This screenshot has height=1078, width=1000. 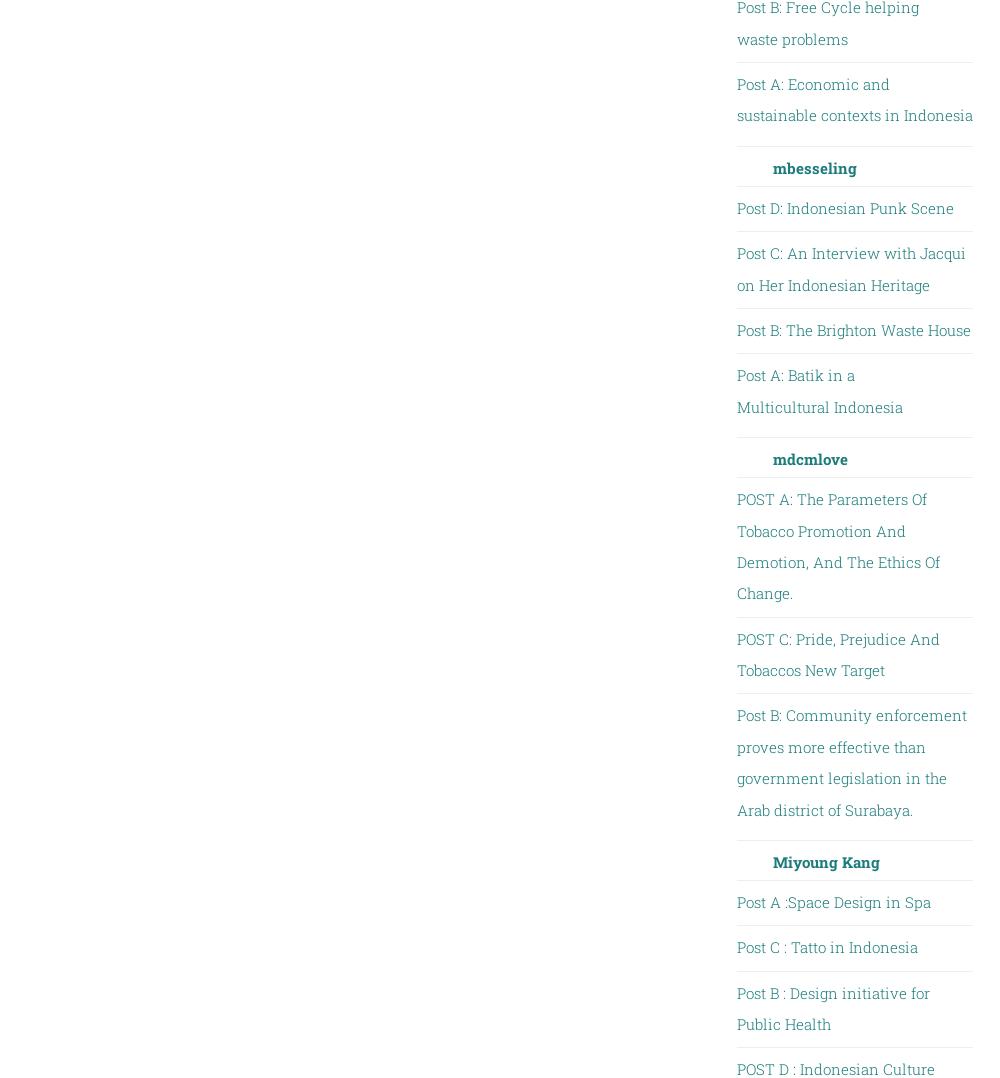 I want to click on 'Miyoung Kang', so click(x=824, y=859).